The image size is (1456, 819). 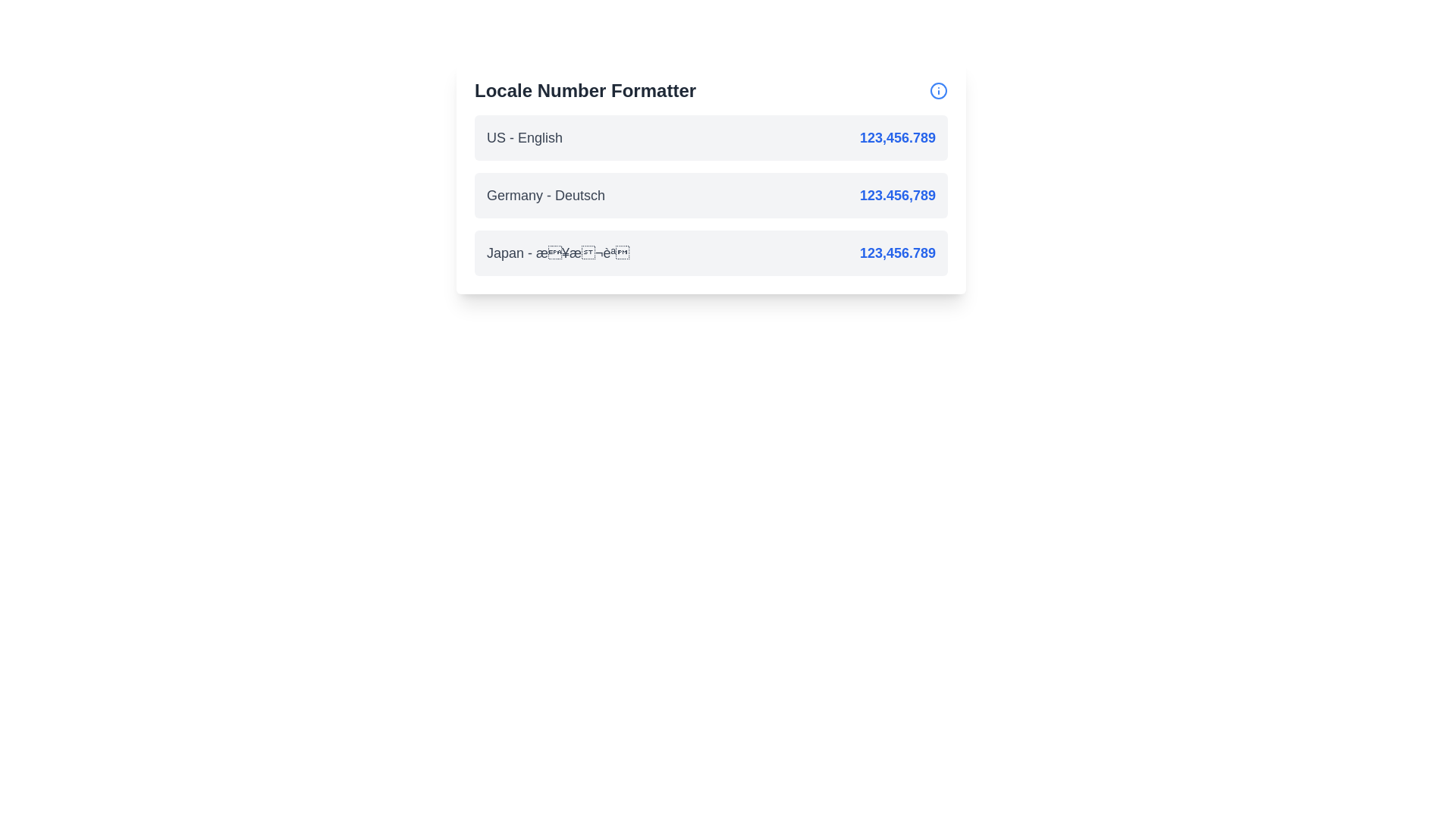 I want to click on the blue circular icon located to the far right of the 'Locale Number Formatter' title, so click(x=938, y=90).